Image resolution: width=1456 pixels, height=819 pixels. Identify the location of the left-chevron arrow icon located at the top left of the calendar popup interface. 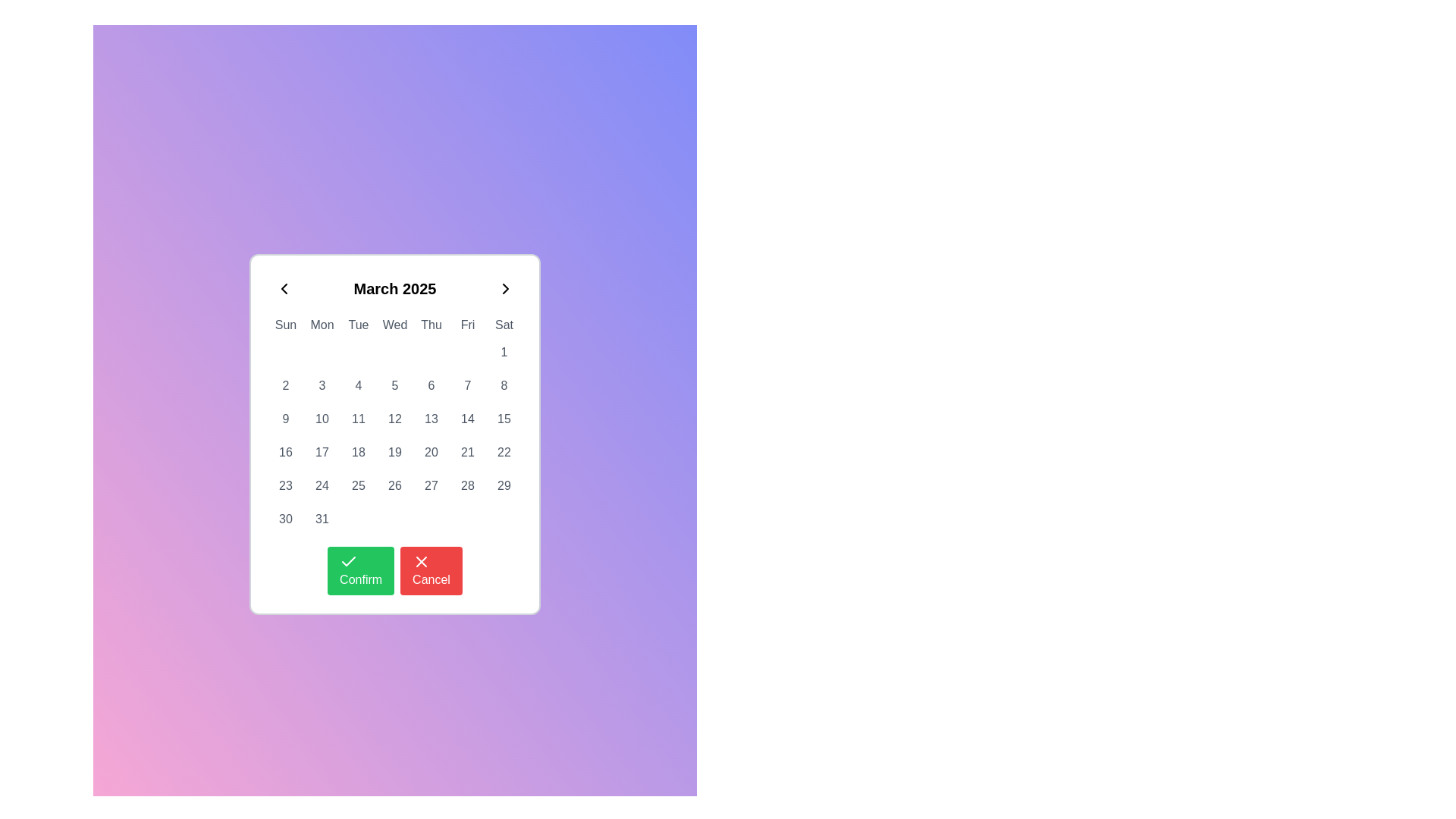
(284, 289).